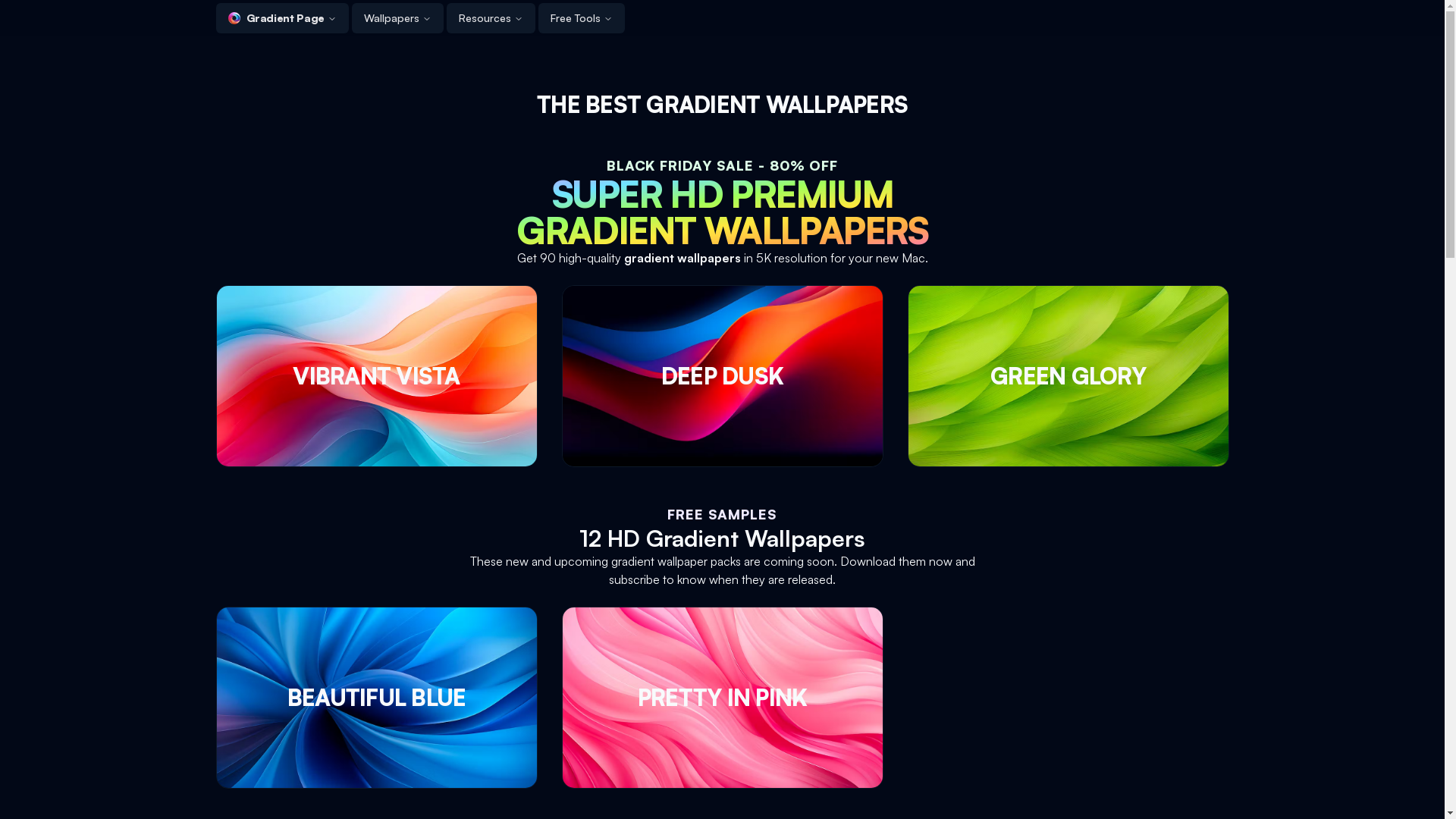 Image resolution: width=1456 pixels, height=819 pixels. Describe the element at coordinates (281, 17) in the screenshot. I see `'Gradient Page'` at that location.